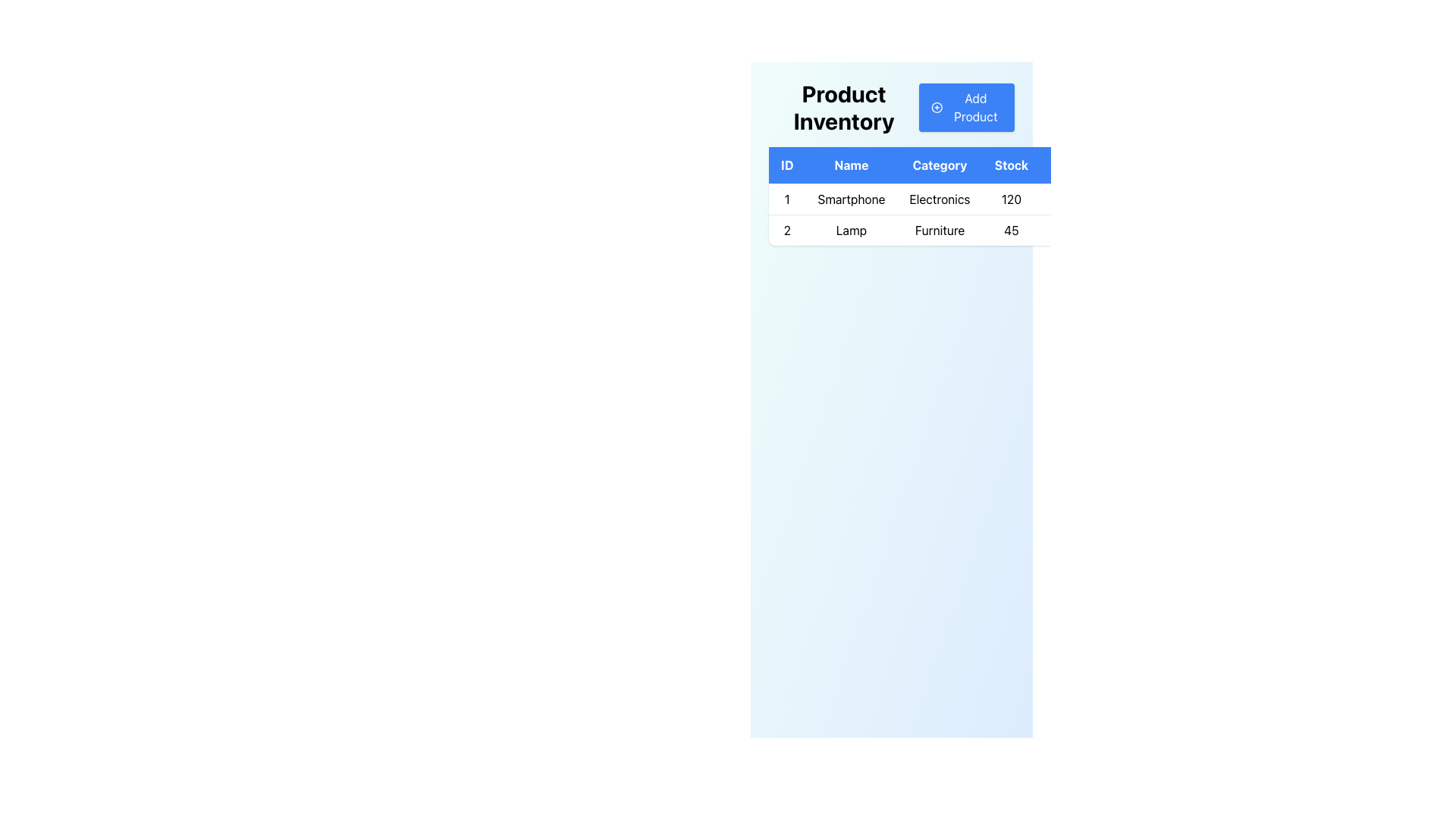  I want to click on the non-interactive table cell displaying the category information 'Electronics' for the 'Smartphone' product in the first row of the table, so click(939, 198).